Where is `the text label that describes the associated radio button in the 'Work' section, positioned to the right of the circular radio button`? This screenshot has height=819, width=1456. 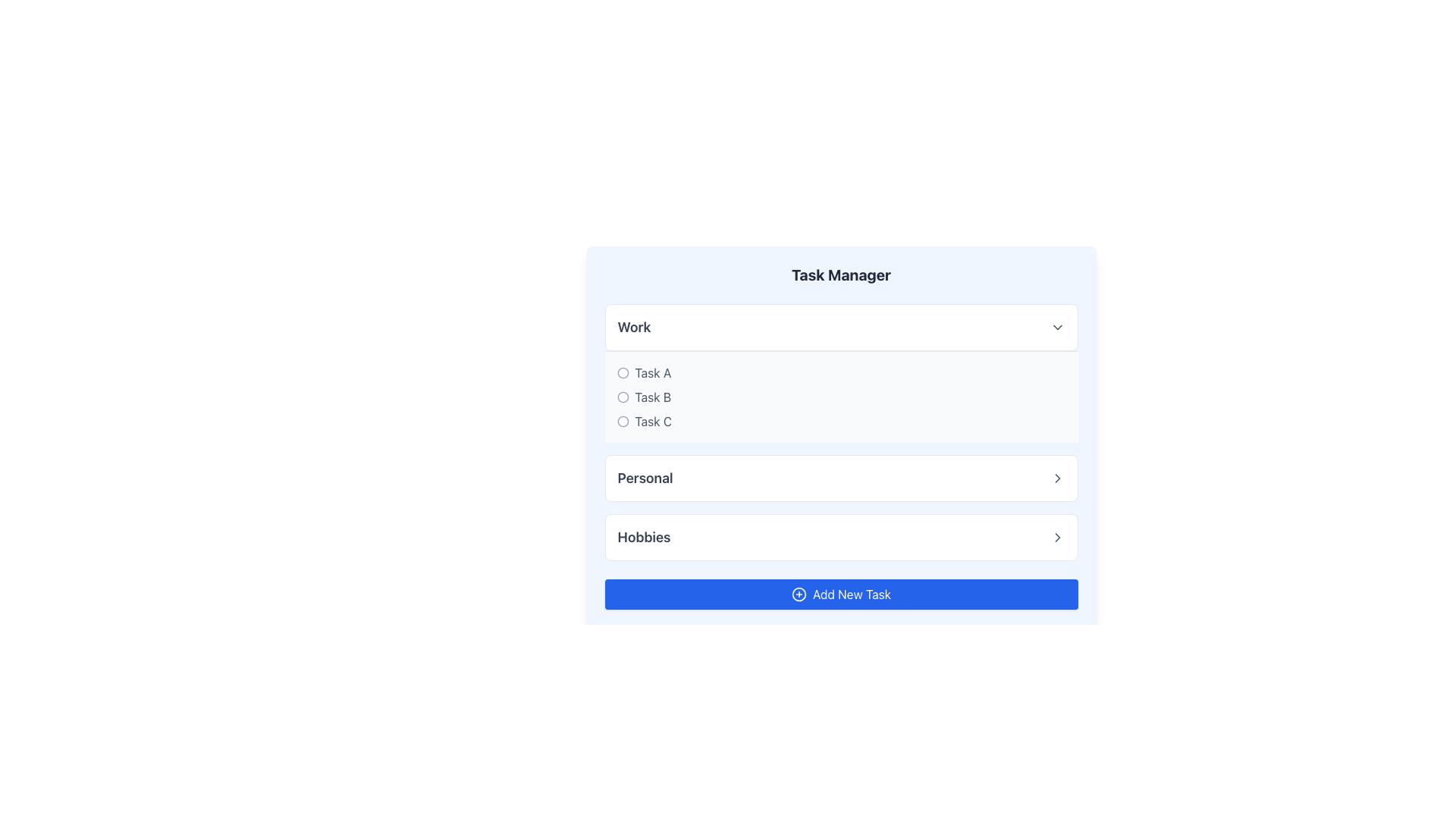 the text label that describes the associated radio button in the 'Work' section, positioned to the right of the circular radio button is located at coordinates (653, 373).